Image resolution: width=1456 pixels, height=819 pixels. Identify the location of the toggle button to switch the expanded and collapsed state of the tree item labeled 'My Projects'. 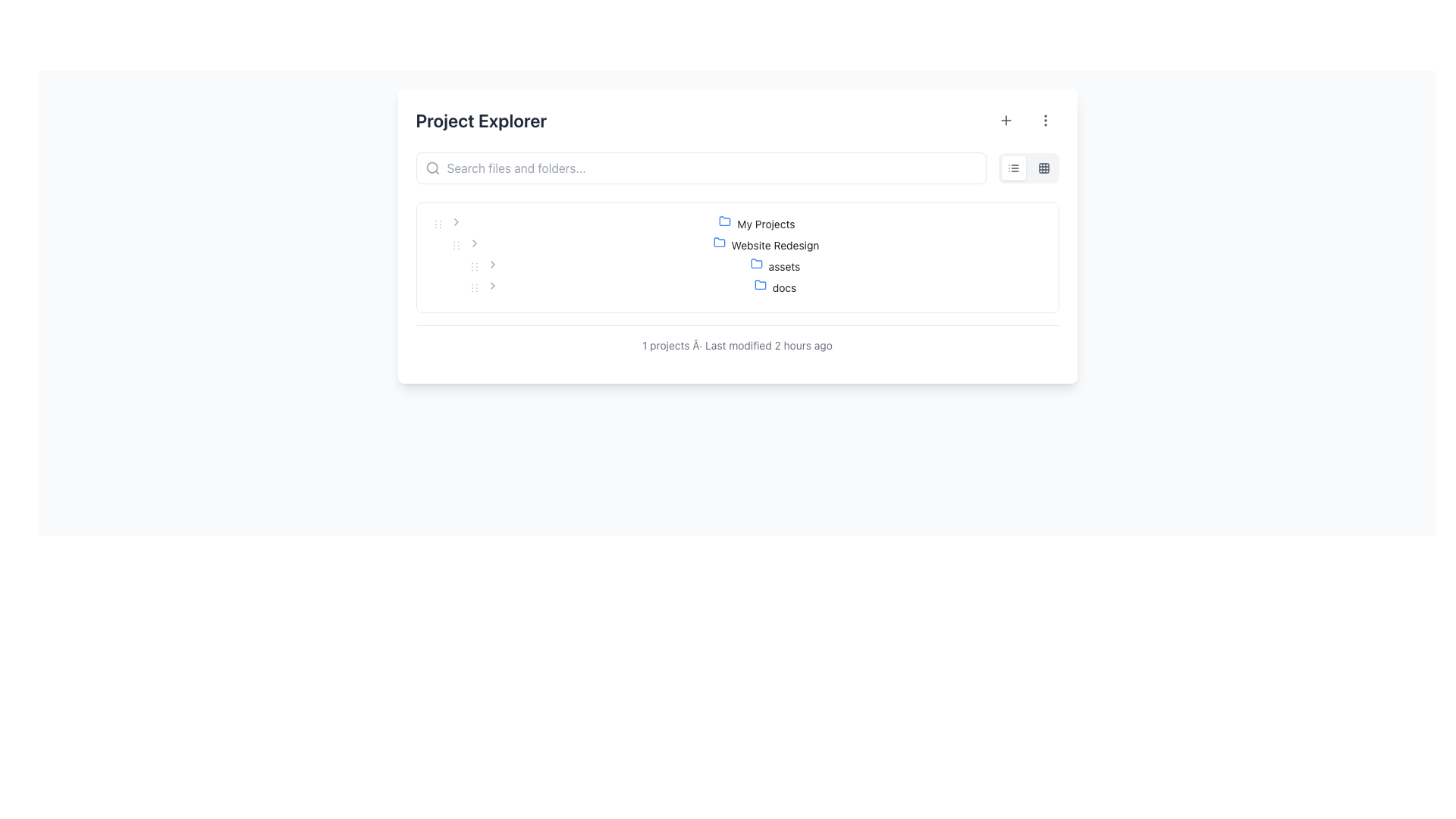
(455, 224).